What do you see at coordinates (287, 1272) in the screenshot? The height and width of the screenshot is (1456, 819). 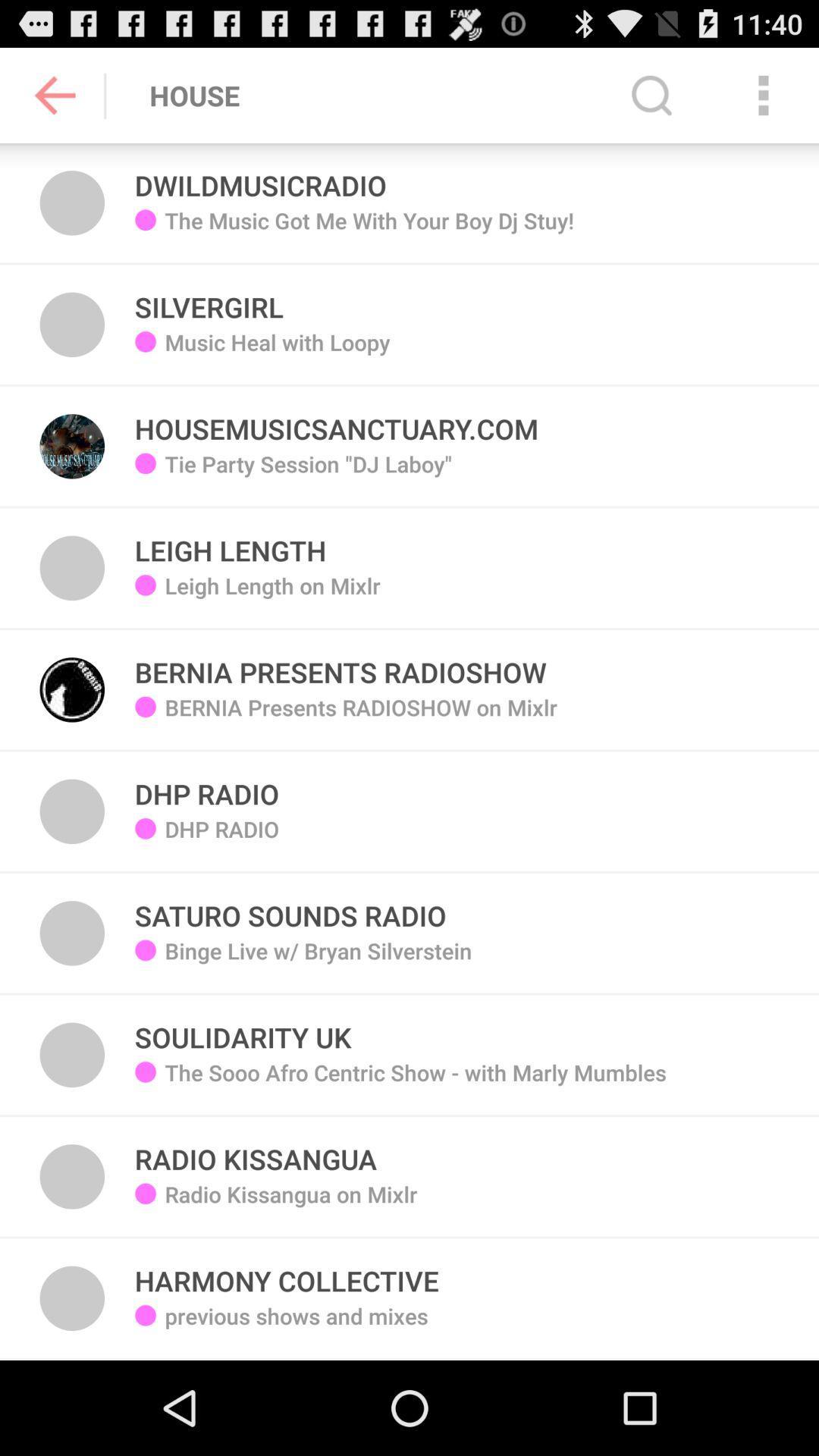 I see `the app below radio kissangua on icon` at bounding box center [287, 1272].